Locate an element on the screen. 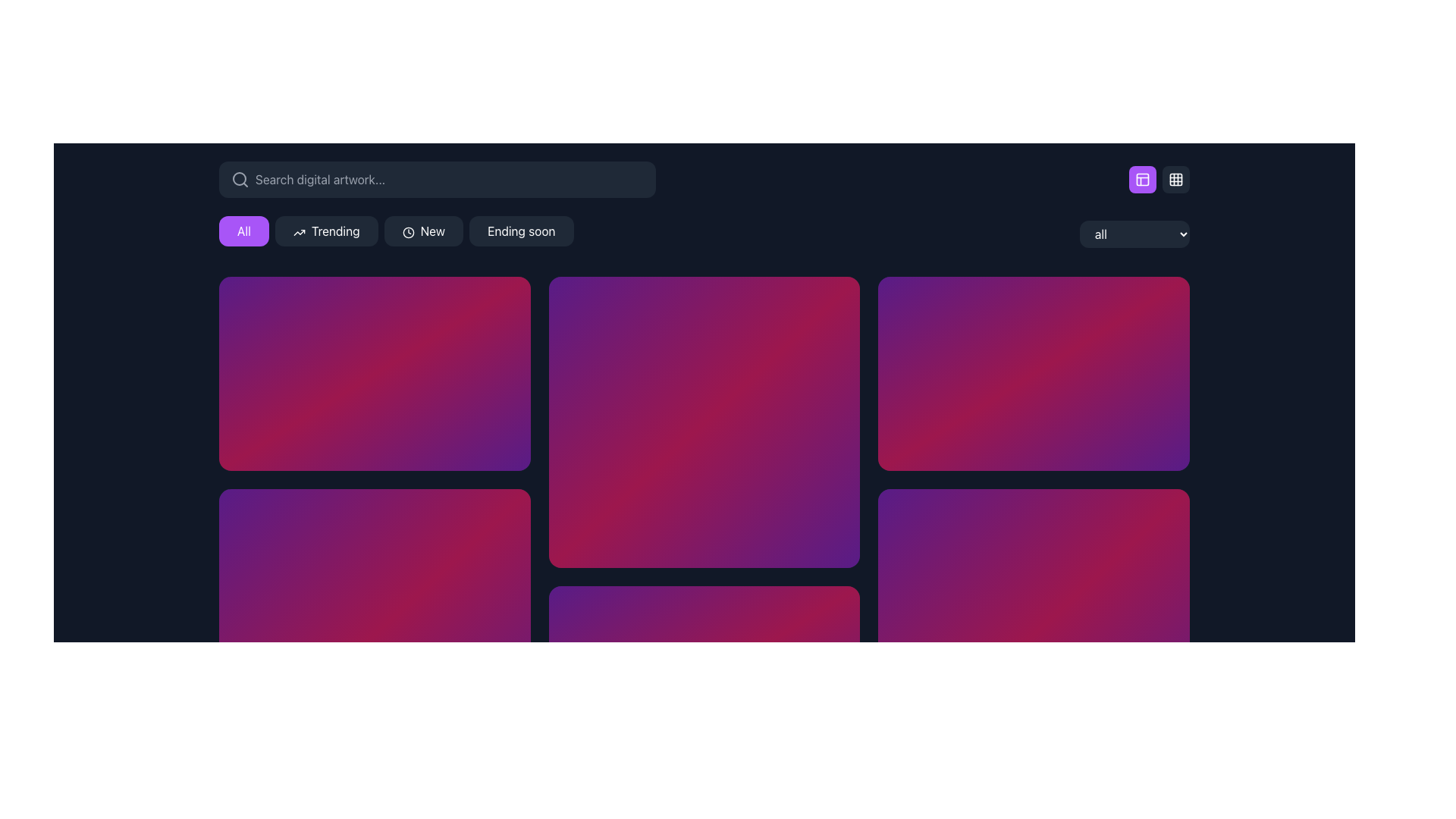 This screenshot has height=819, width=1456. the small square button with a grid icon that consists of nine smaller squares arranged in a 3x3 layout is located at coordinates (1175, 178).